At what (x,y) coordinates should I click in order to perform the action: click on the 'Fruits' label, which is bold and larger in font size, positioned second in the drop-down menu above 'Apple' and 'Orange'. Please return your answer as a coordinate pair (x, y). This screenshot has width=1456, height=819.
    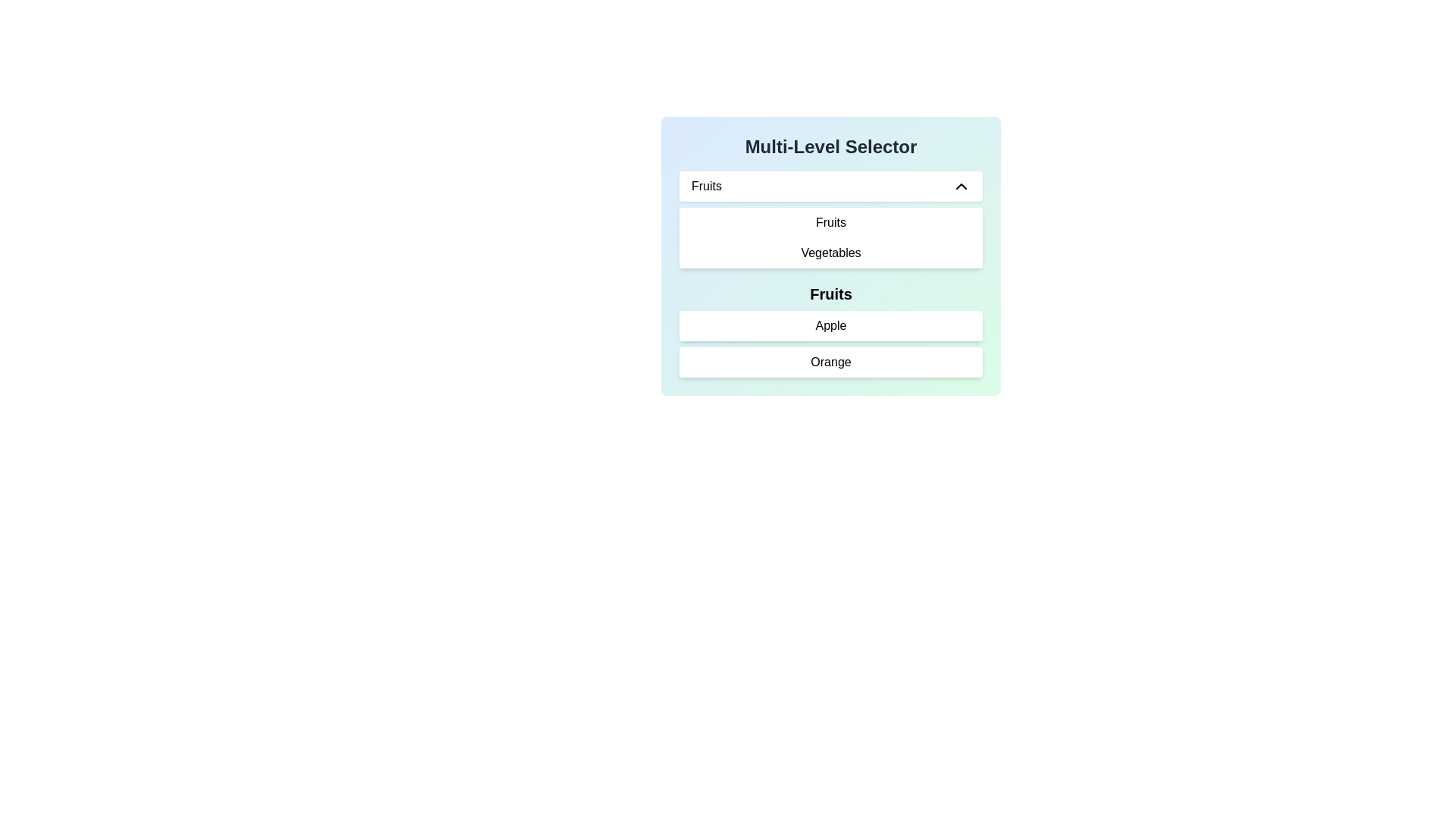
    Looking at the image, I should click on (830, 294).